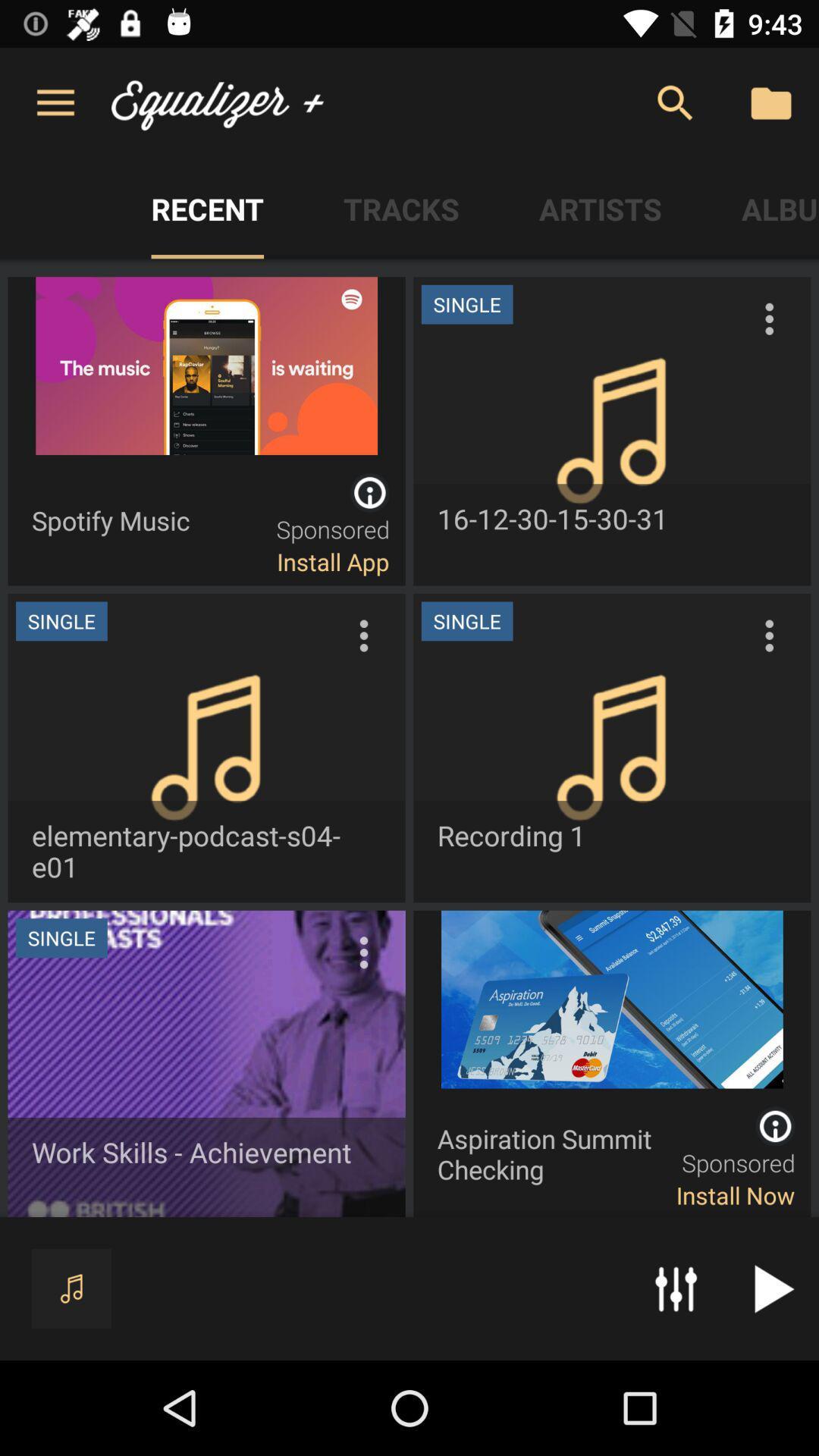 This screenshot has width=819, height=1456. Describe the element at coordinates (675, 103) in the screenshot. I see `tap on the search icon at the top right corner` at that location.